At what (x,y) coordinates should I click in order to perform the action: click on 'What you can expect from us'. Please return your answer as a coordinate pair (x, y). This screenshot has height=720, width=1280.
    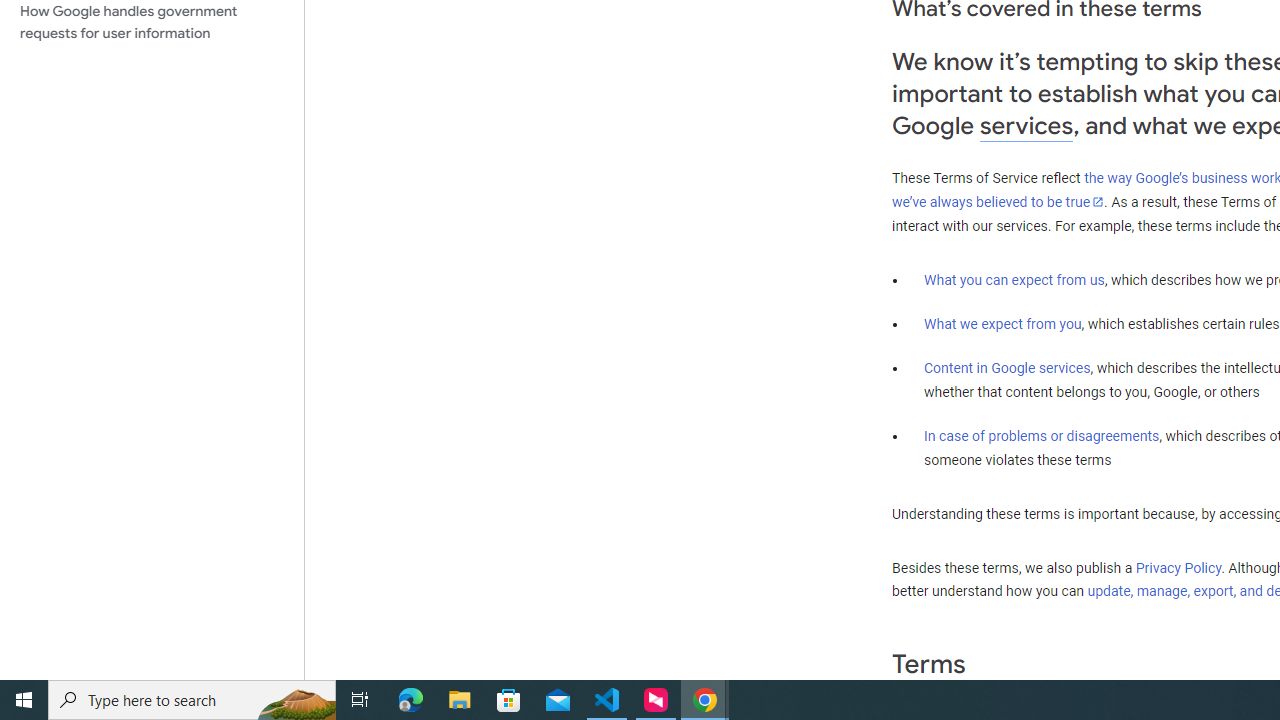
    Looking at the image, I should click on (1014, 279).